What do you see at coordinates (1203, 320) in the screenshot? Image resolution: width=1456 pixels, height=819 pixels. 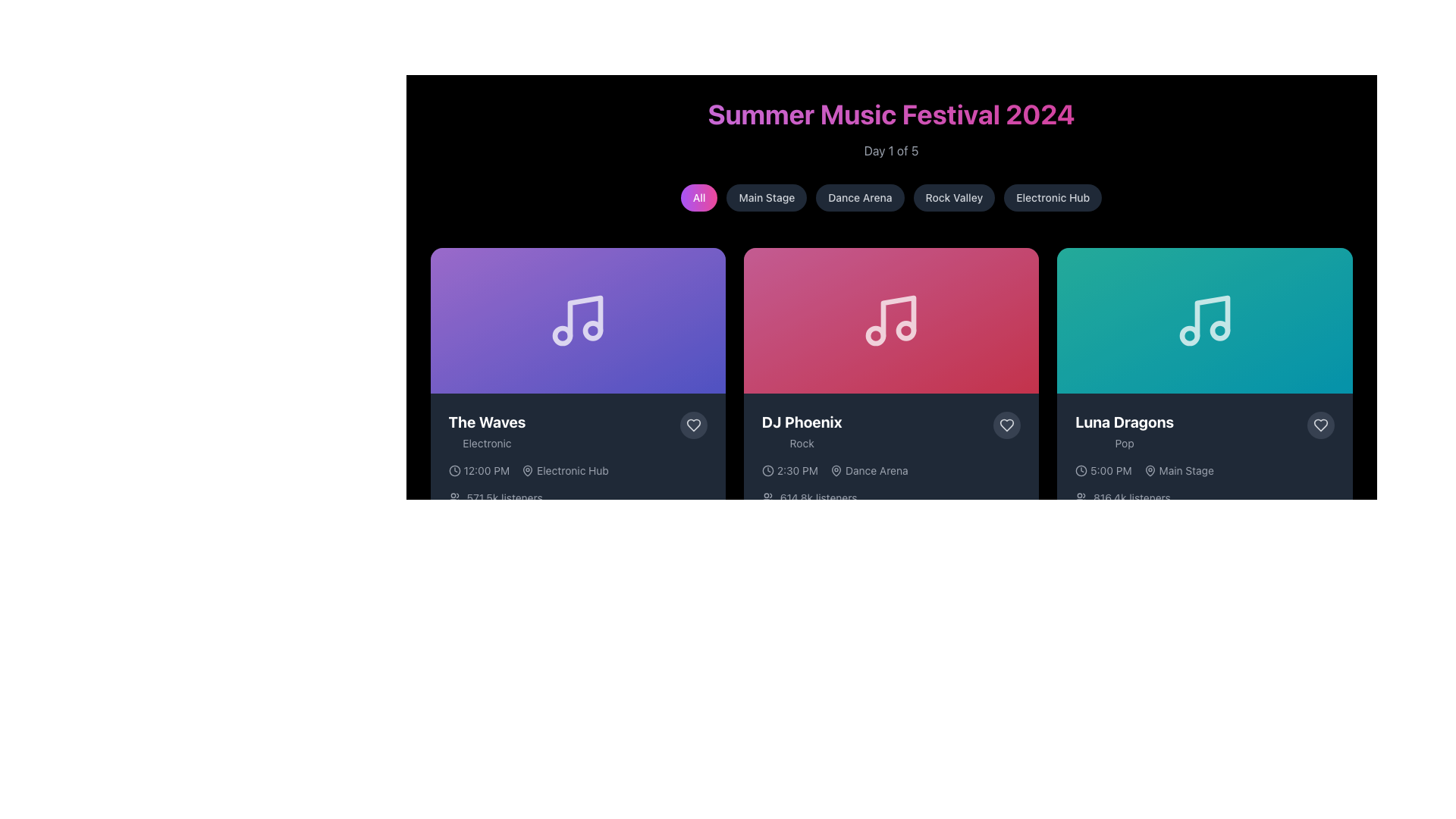 I see `the musical symbol icon resembling two eighth notes, which has a light blue outline and is located within the third card from the left that has a teal gradient background` at bounding box center [1203, 320].